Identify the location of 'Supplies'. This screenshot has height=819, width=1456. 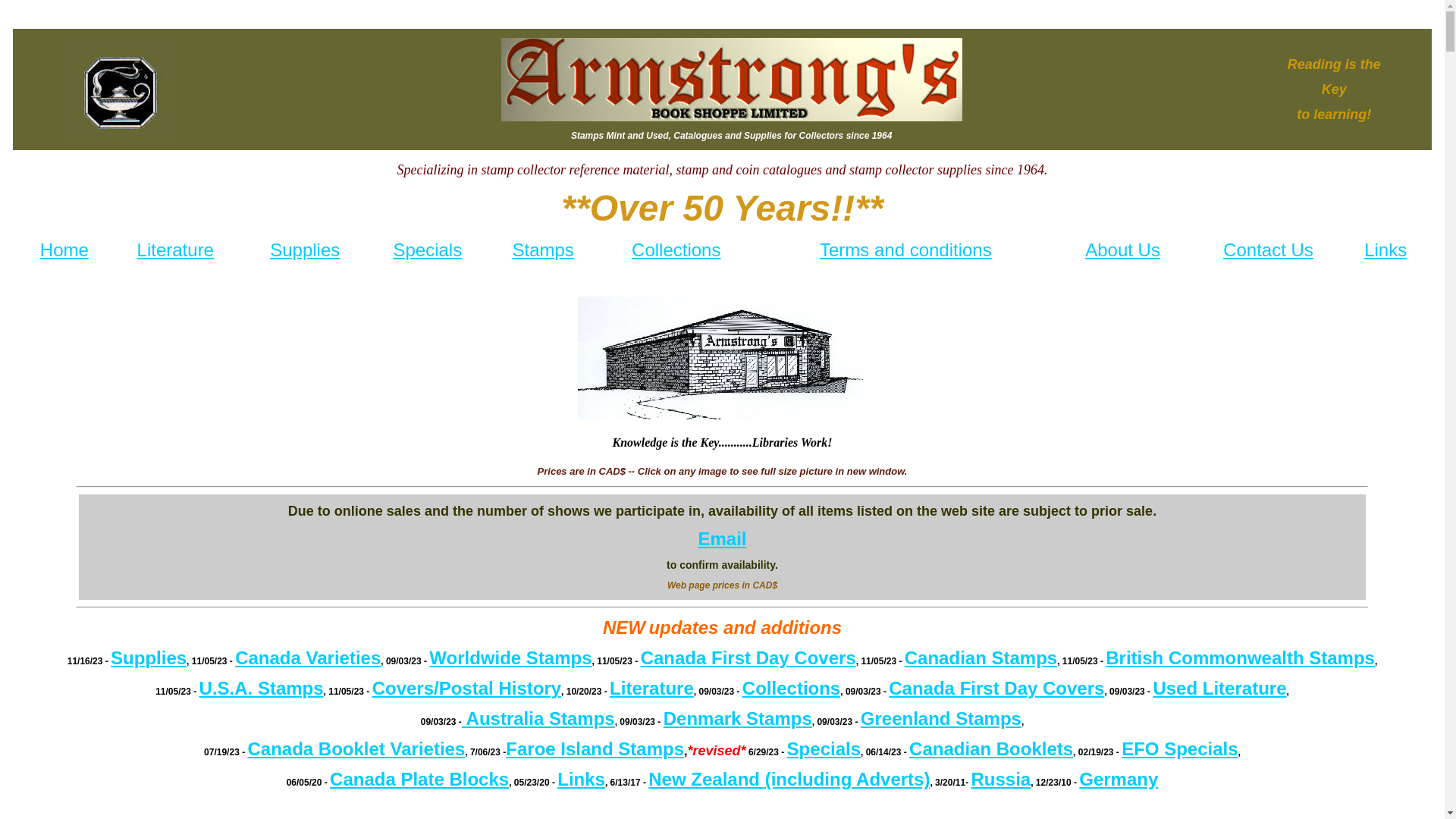
(149, 657).